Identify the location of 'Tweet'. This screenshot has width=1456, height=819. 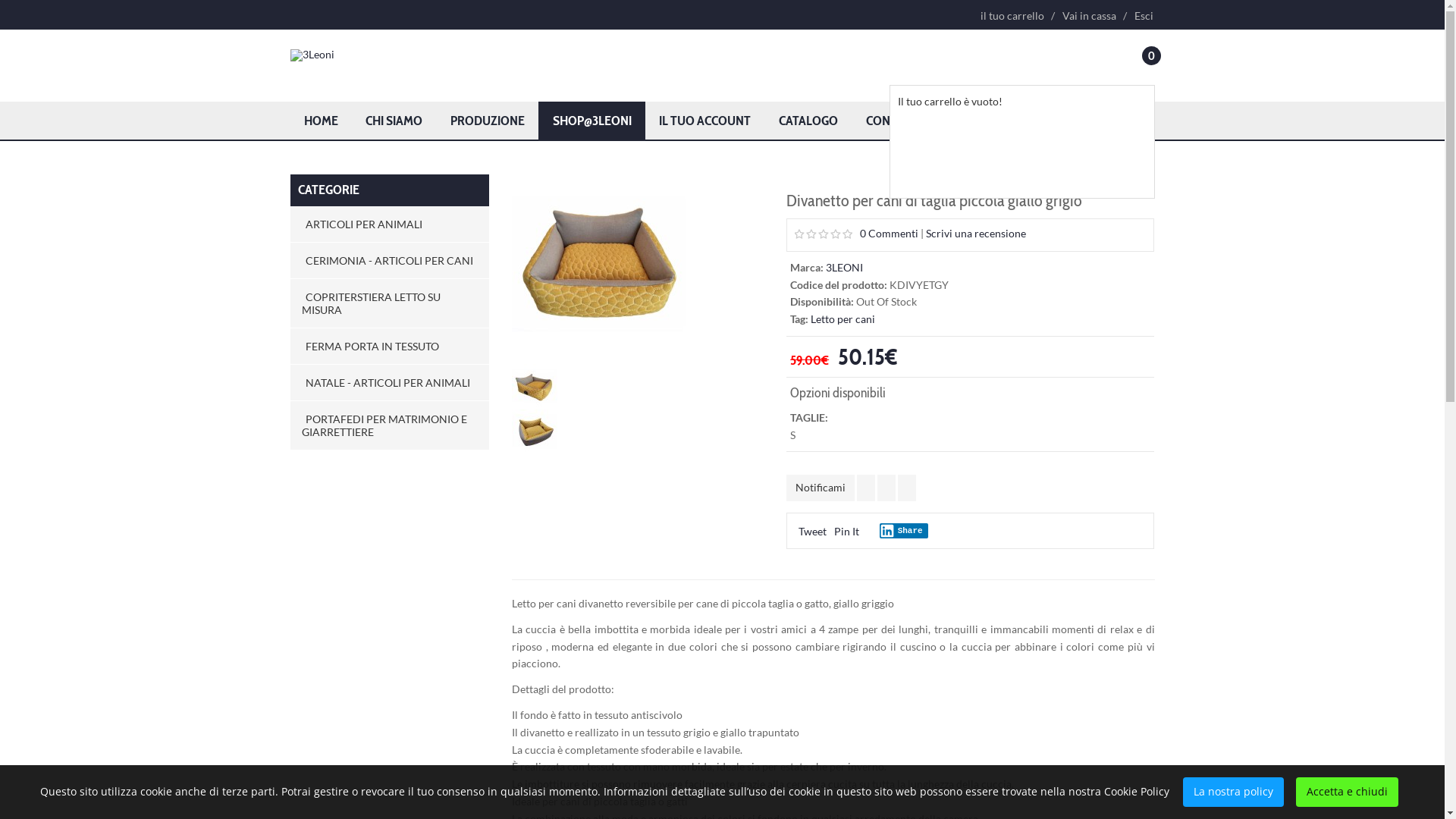
(797, 530).